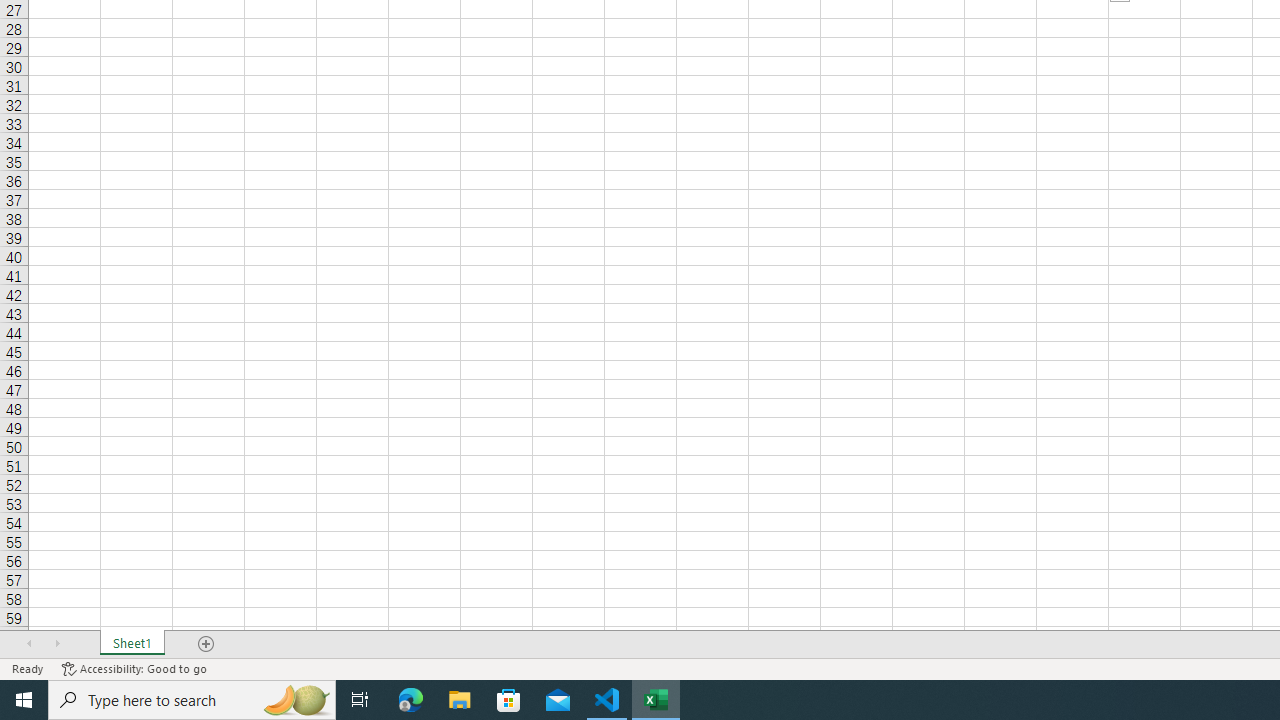 The height and width of the screenshot is (720, 1280). Describe the element at coordinates (207, 644) in the screenshot. I see `'Add Sheet'` at that location.